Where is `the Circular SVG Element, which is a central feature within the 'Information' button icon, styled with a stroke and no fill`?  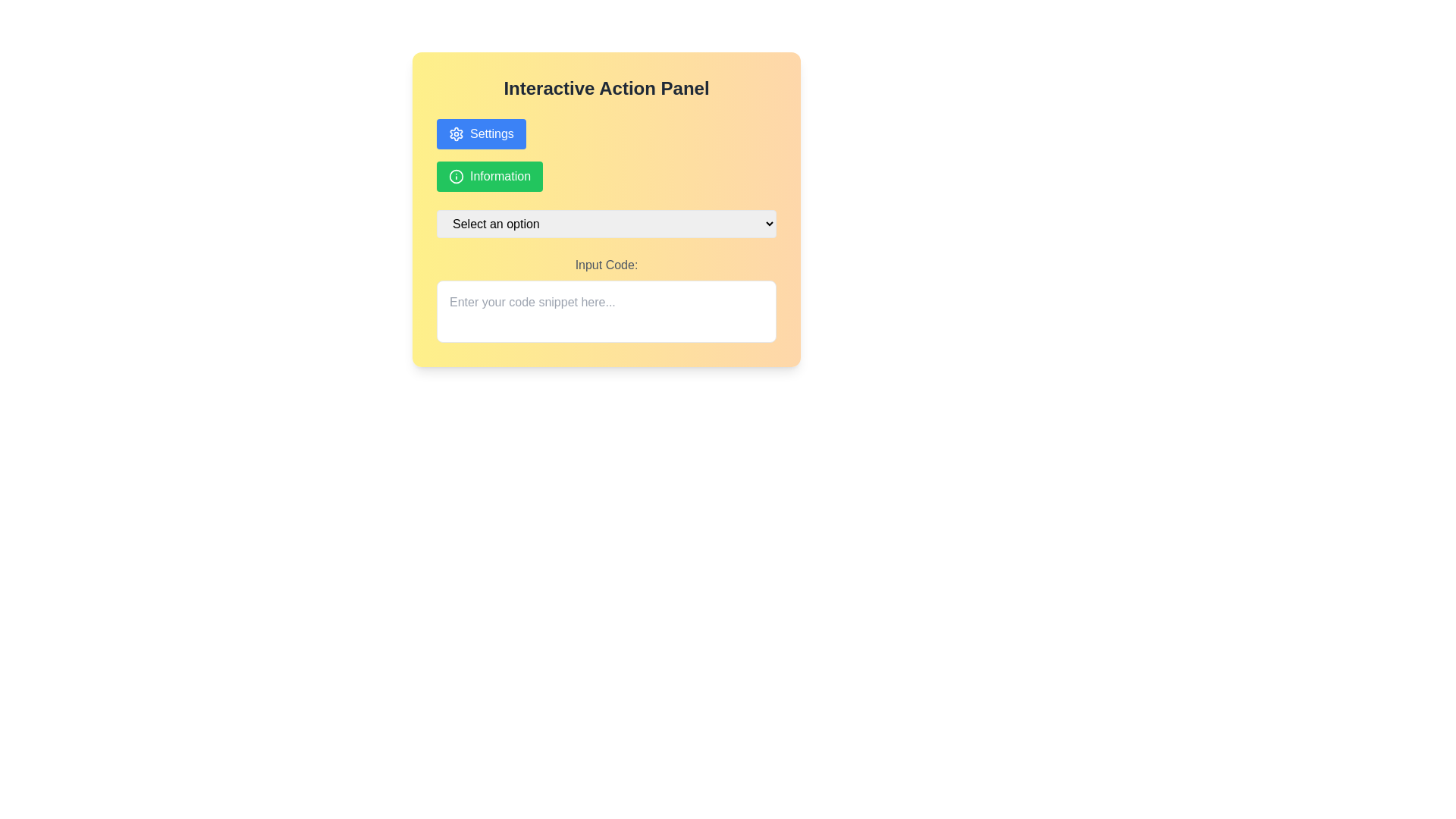
the Circular SVG Element, which is a central feature within the 'Information' button icon, styled with a stroke and no fill is located at coordinates (455, 175).